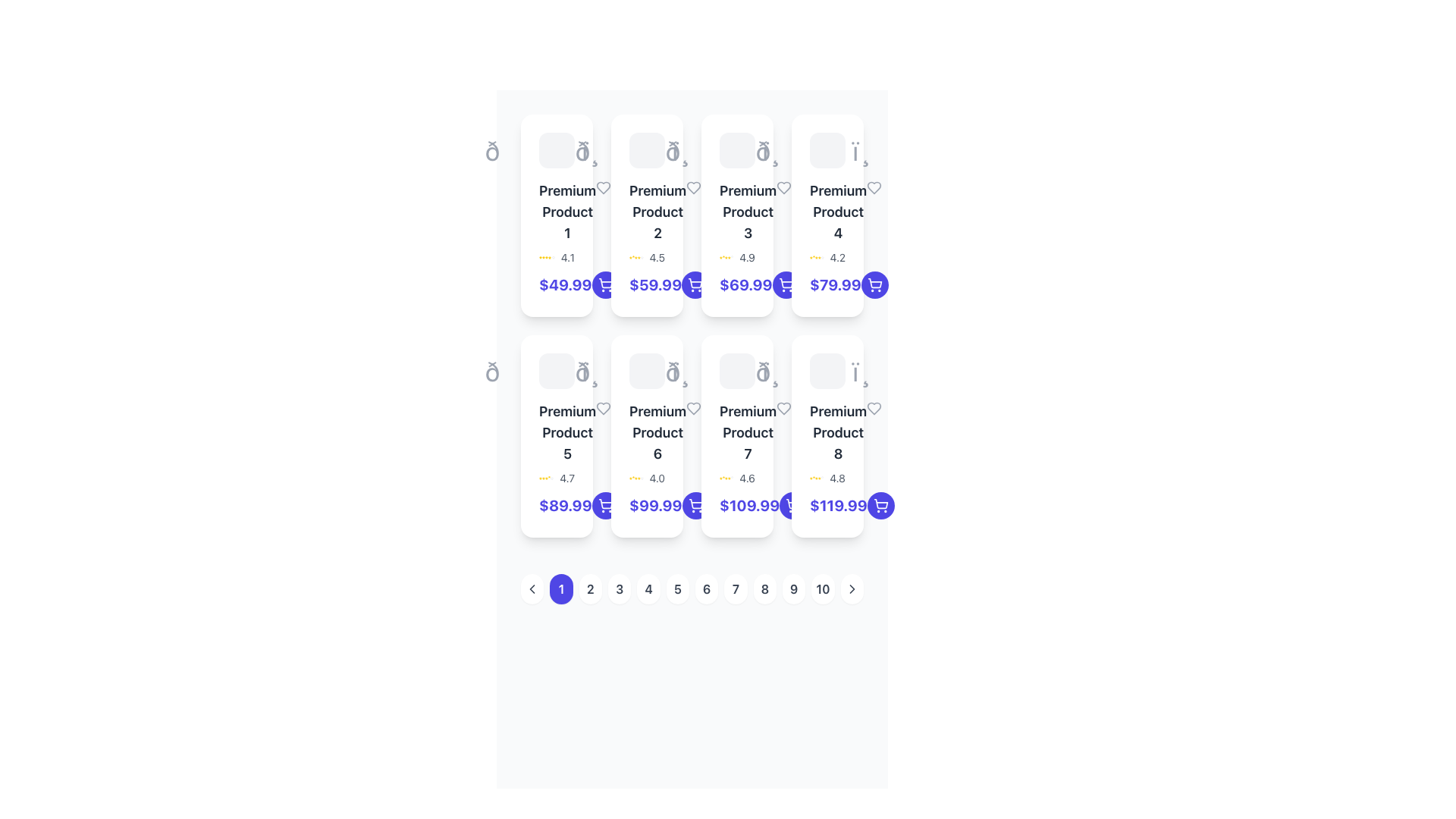 The width and height of the screenshot is (1456, 819). Describe the element at coordinates (837, 212) in the screenshot. I see `the text label displaying the name or title of the fourth product in the grid, located between 'Premium Product 3' and 'Premium Product 5'` at that location.